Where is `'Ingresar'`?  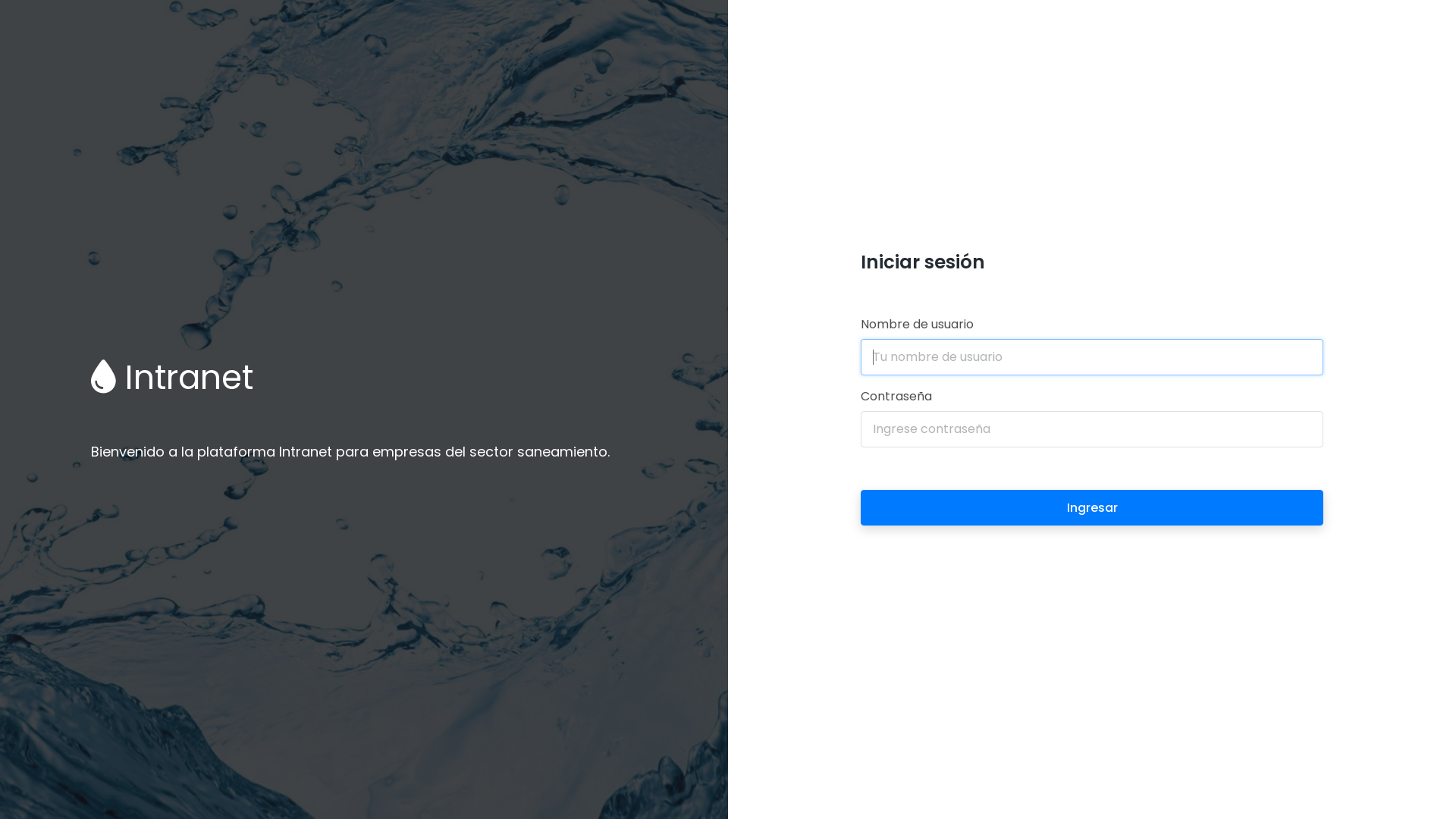
'Ingresar' is located at coordinates (1092, 508).